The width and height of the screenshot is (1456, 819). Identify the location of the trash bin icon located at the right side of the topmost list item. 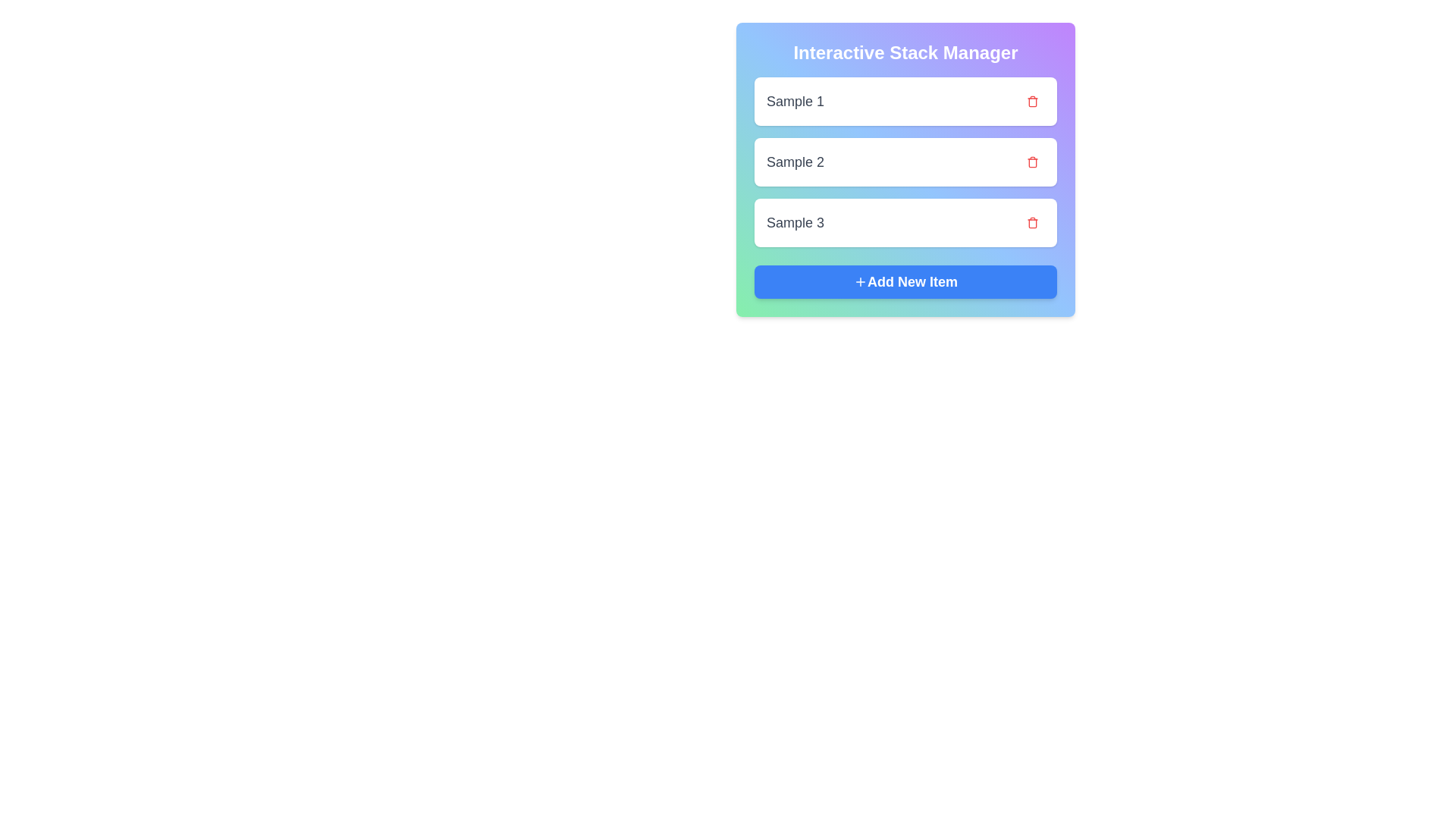
(1032, 102).